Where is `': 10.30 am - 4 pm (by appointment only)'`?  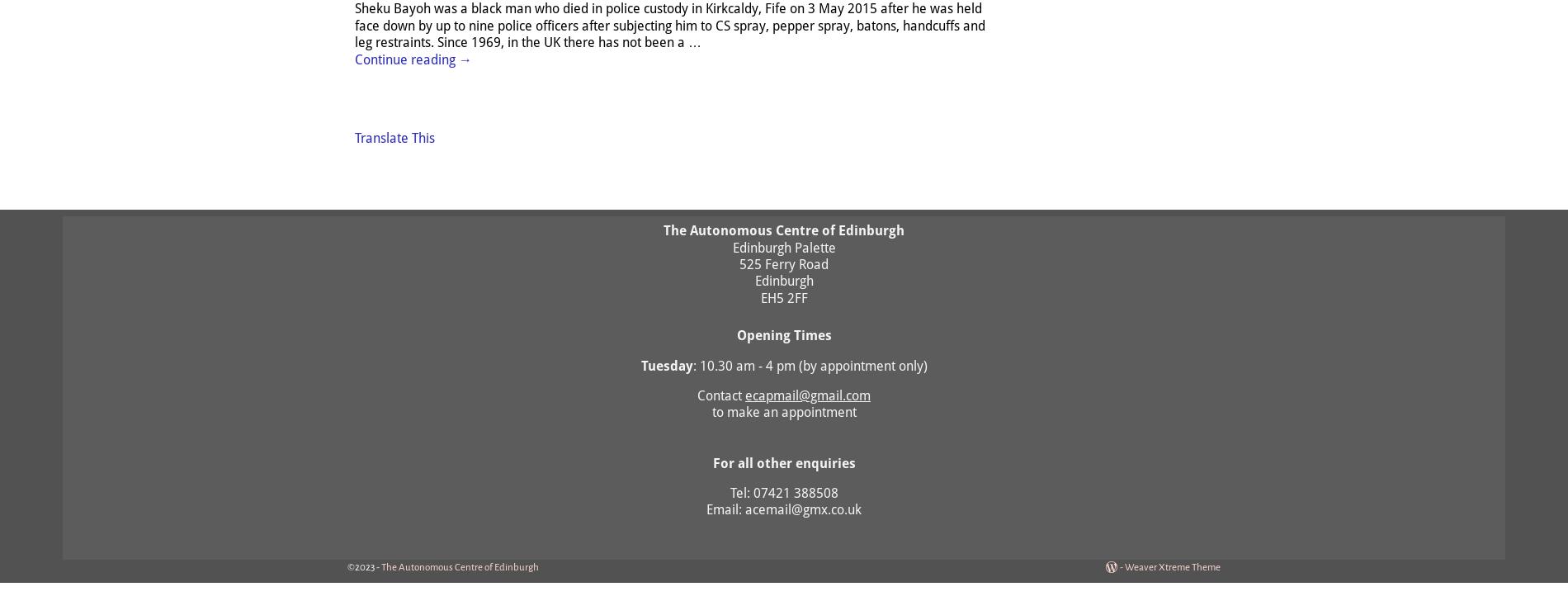
': 10.30 am - 4 pm (by appointment only)' is located at coordinates (809, 364).